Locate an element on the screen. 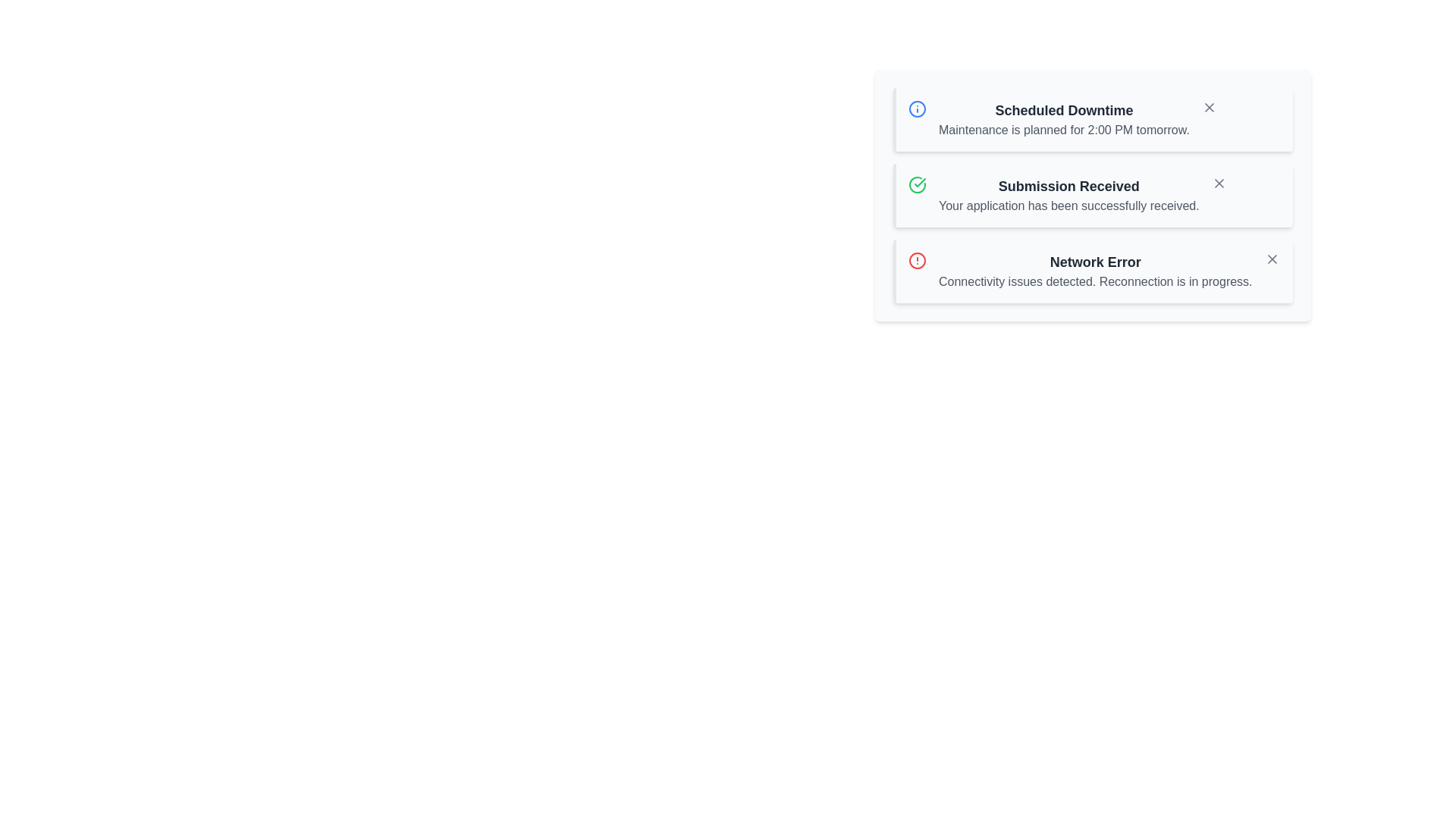 This screenshot has width=1456, height=819. the appearance of the error icon located within the notification card titled 'Network Error' with supplementary text indicating 'Connectivity issues detected.' is located at coordinates (916, 259).